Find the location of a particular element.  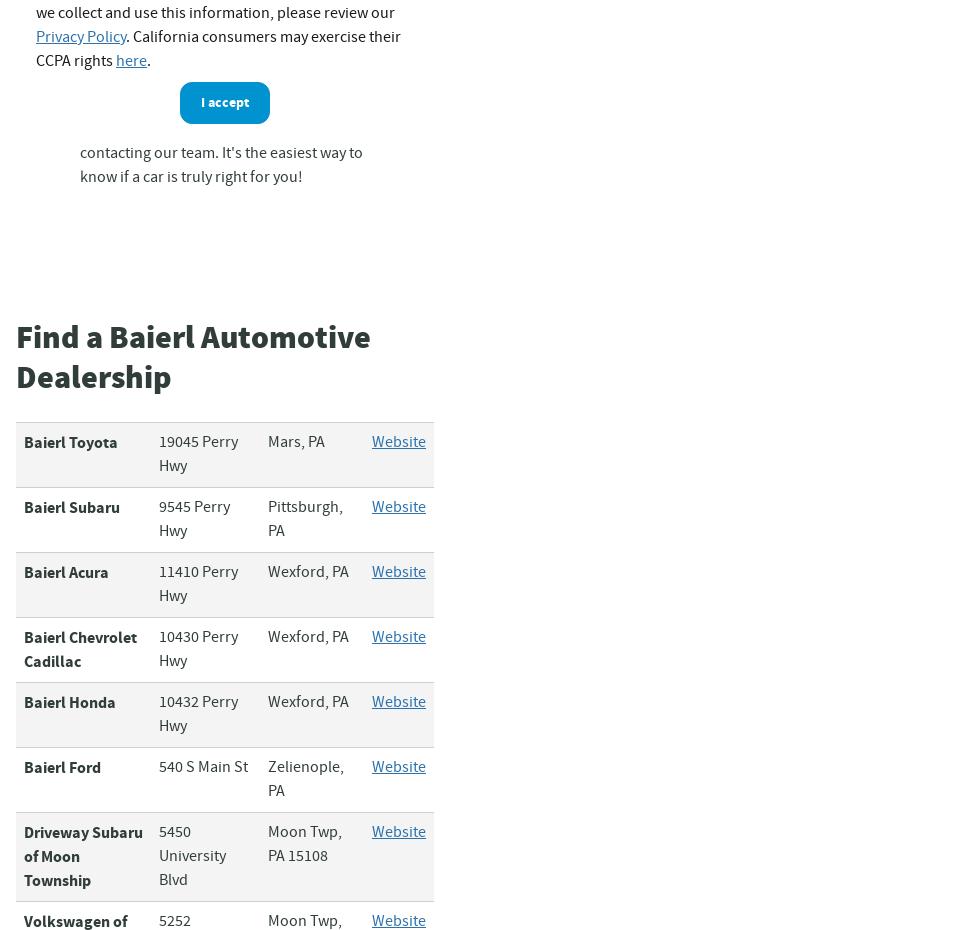

'here' is located at coordinates (115, 60).